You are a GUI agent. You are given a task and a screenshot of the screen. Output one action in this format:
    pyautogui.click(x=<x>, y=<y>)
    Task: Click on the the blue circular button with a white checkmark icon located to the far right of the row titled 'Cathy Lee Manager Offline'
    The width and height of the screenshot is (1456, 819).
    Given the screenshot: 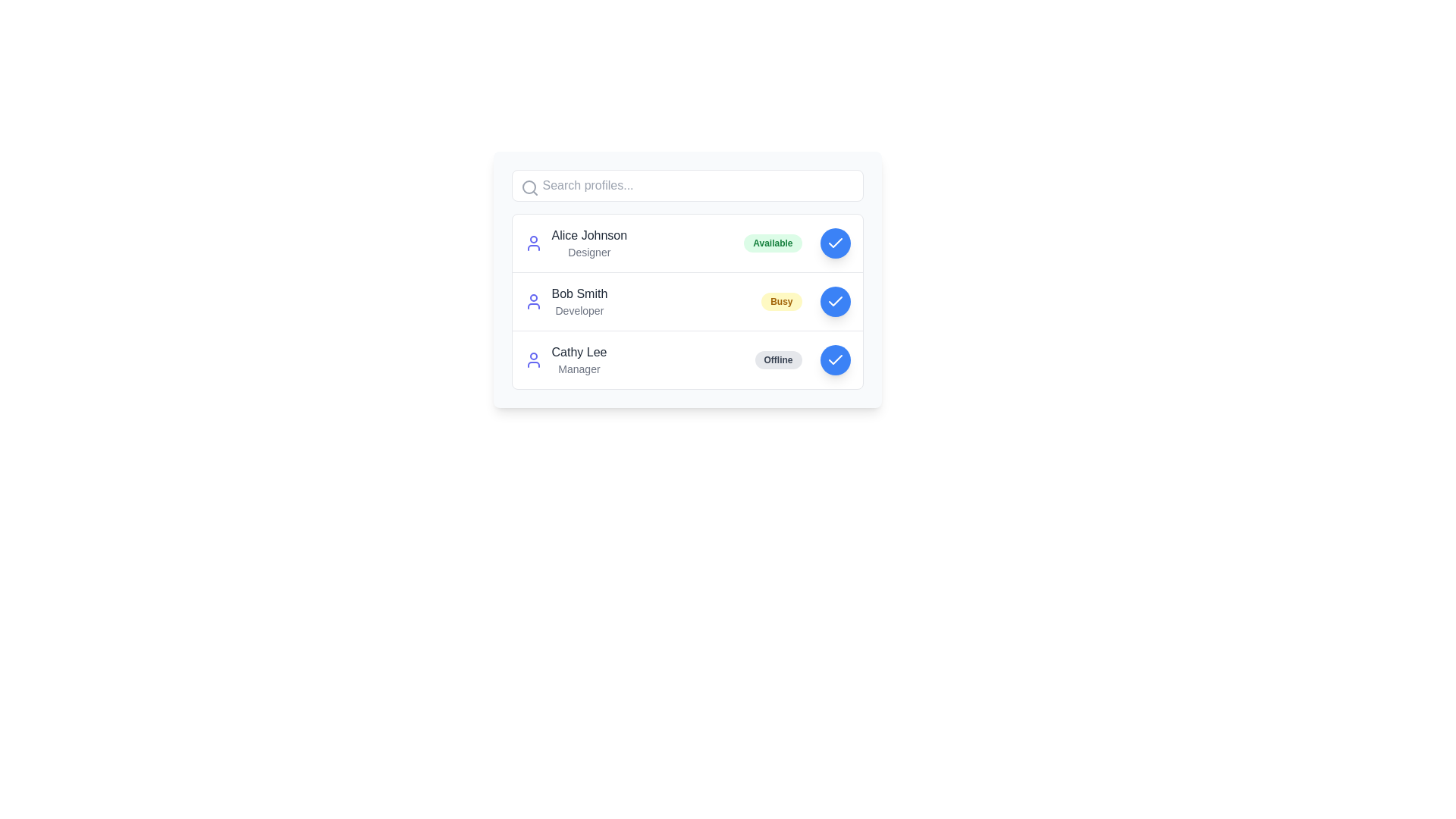 What is the action you would take?
    pyautogui.click(x=834, y=359)
    